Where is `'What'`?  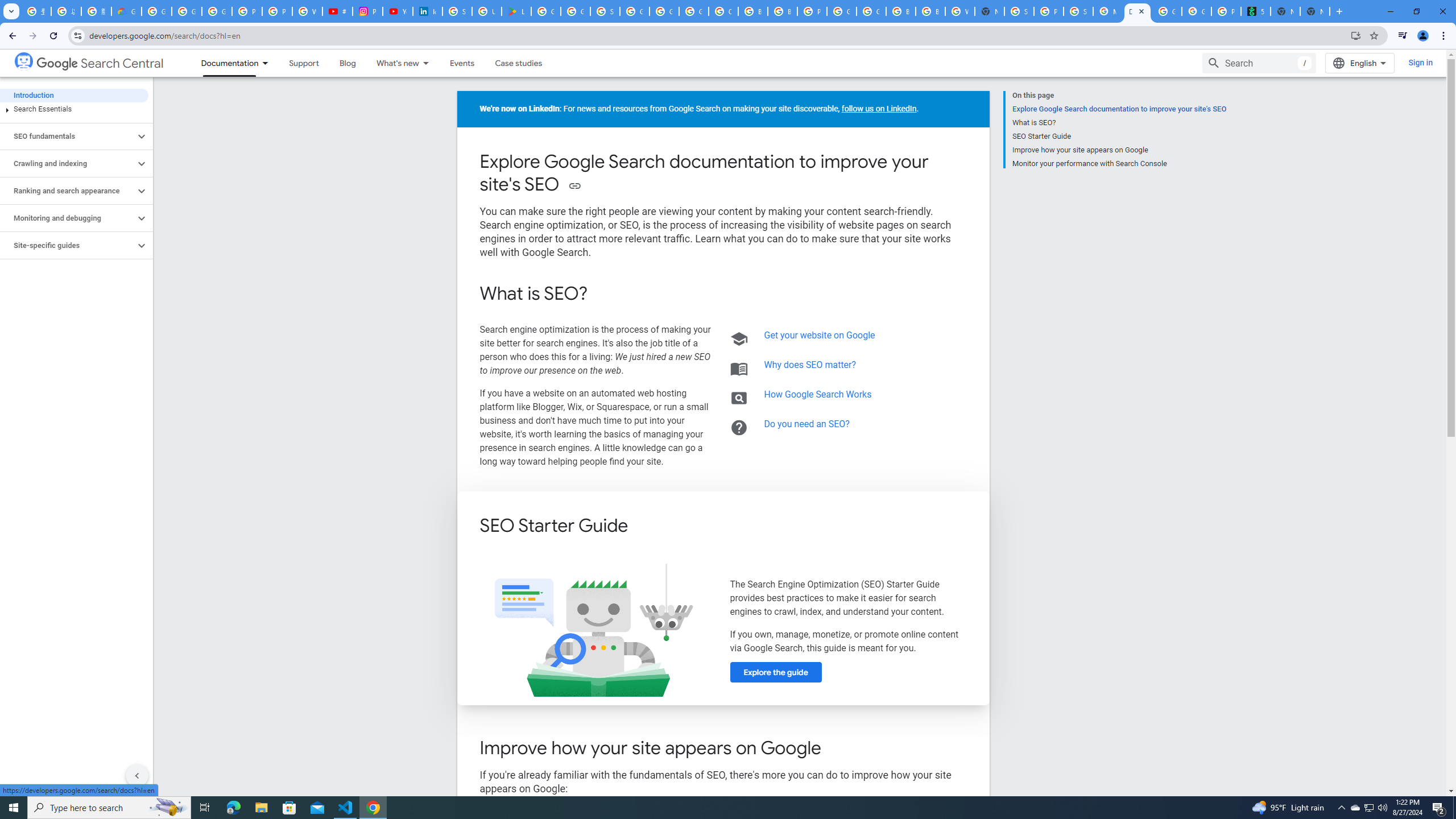
'What' is located at coordinates (391, 63).